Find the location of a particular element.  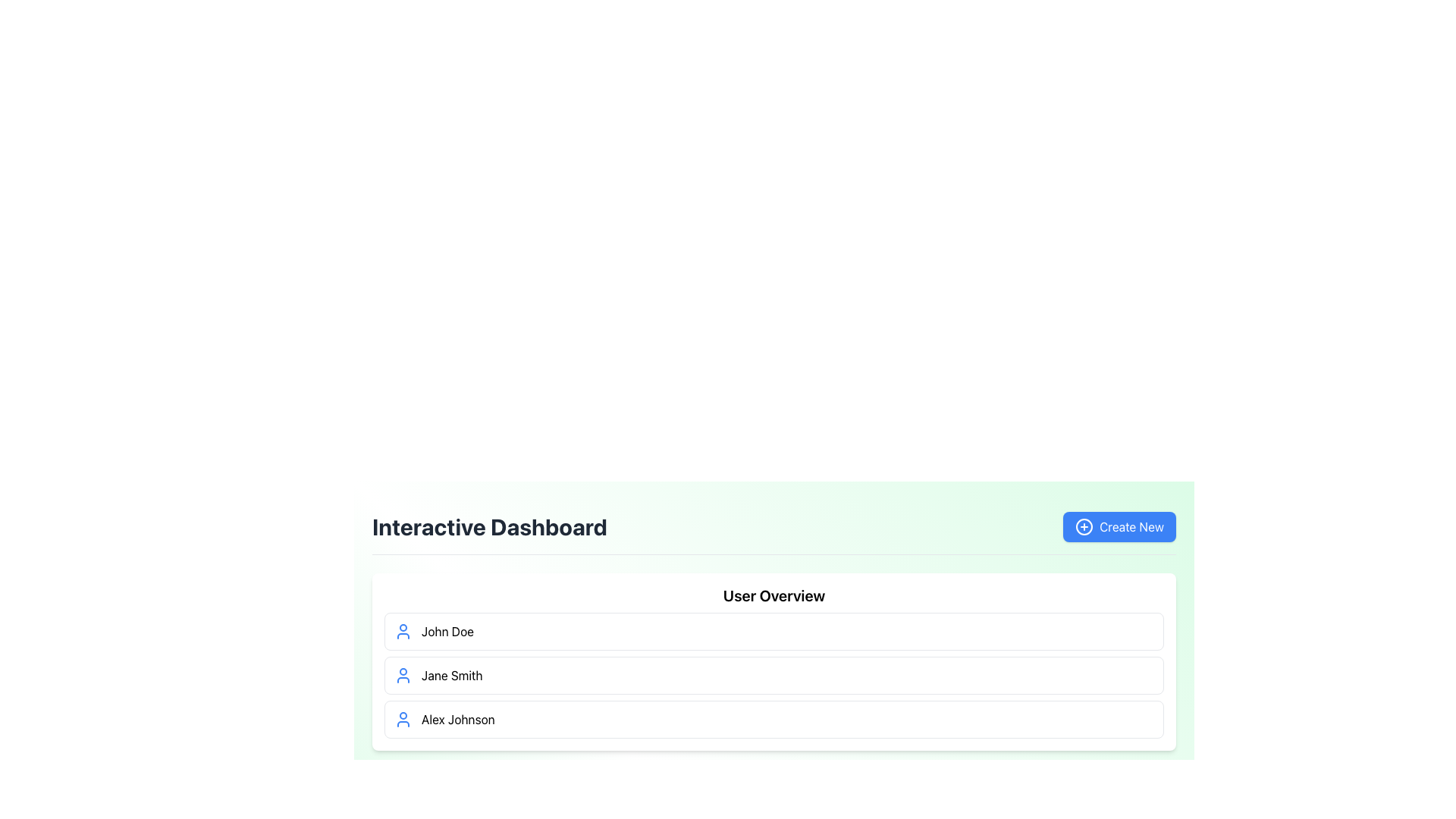

the user icon representing 'Jane Smith', located on the left side of her card in the user overview section is located at coordinates (403, 675).